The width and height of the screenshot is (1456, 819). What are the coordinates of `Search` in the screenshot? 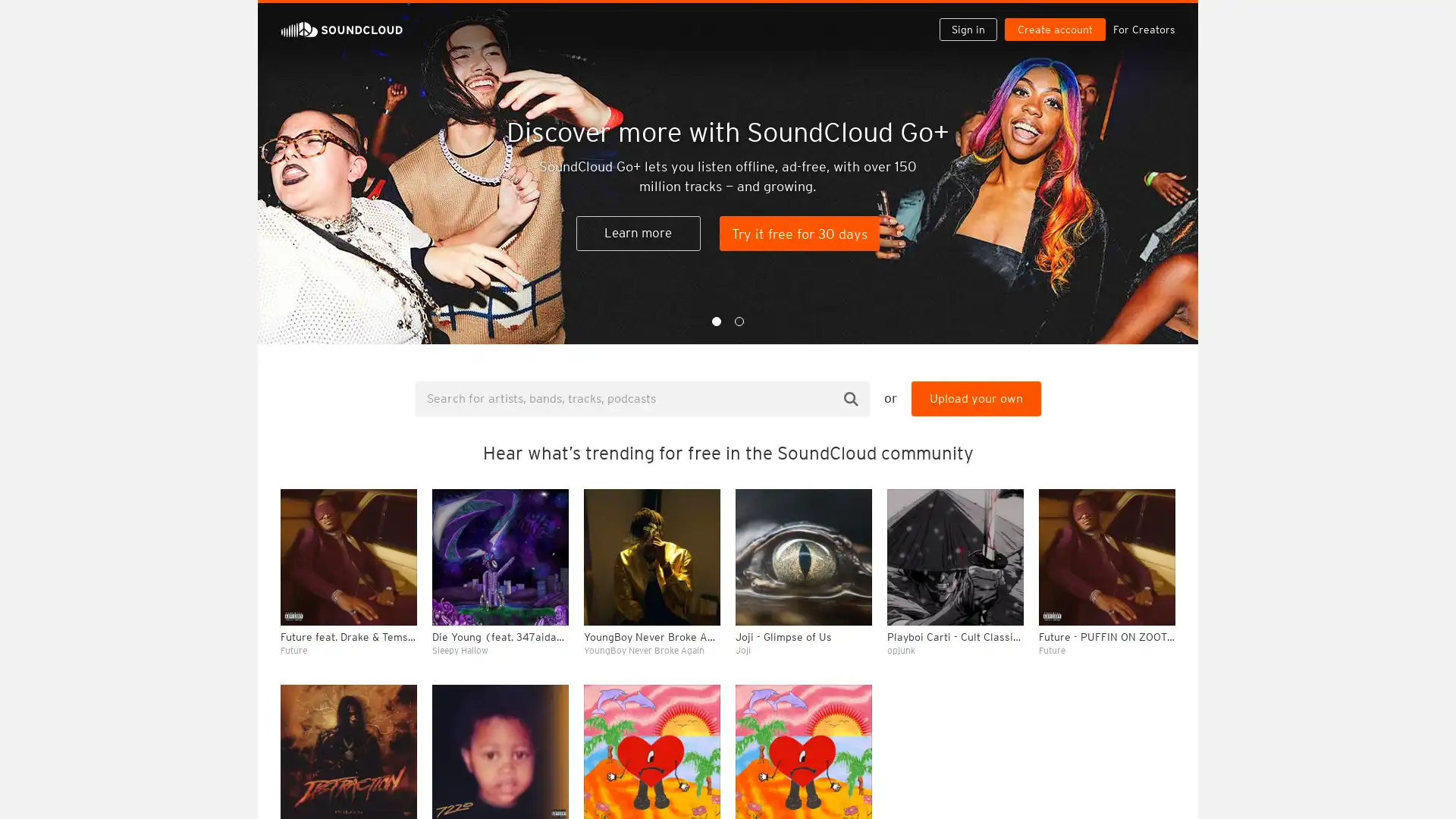 It's located at (851, 397).